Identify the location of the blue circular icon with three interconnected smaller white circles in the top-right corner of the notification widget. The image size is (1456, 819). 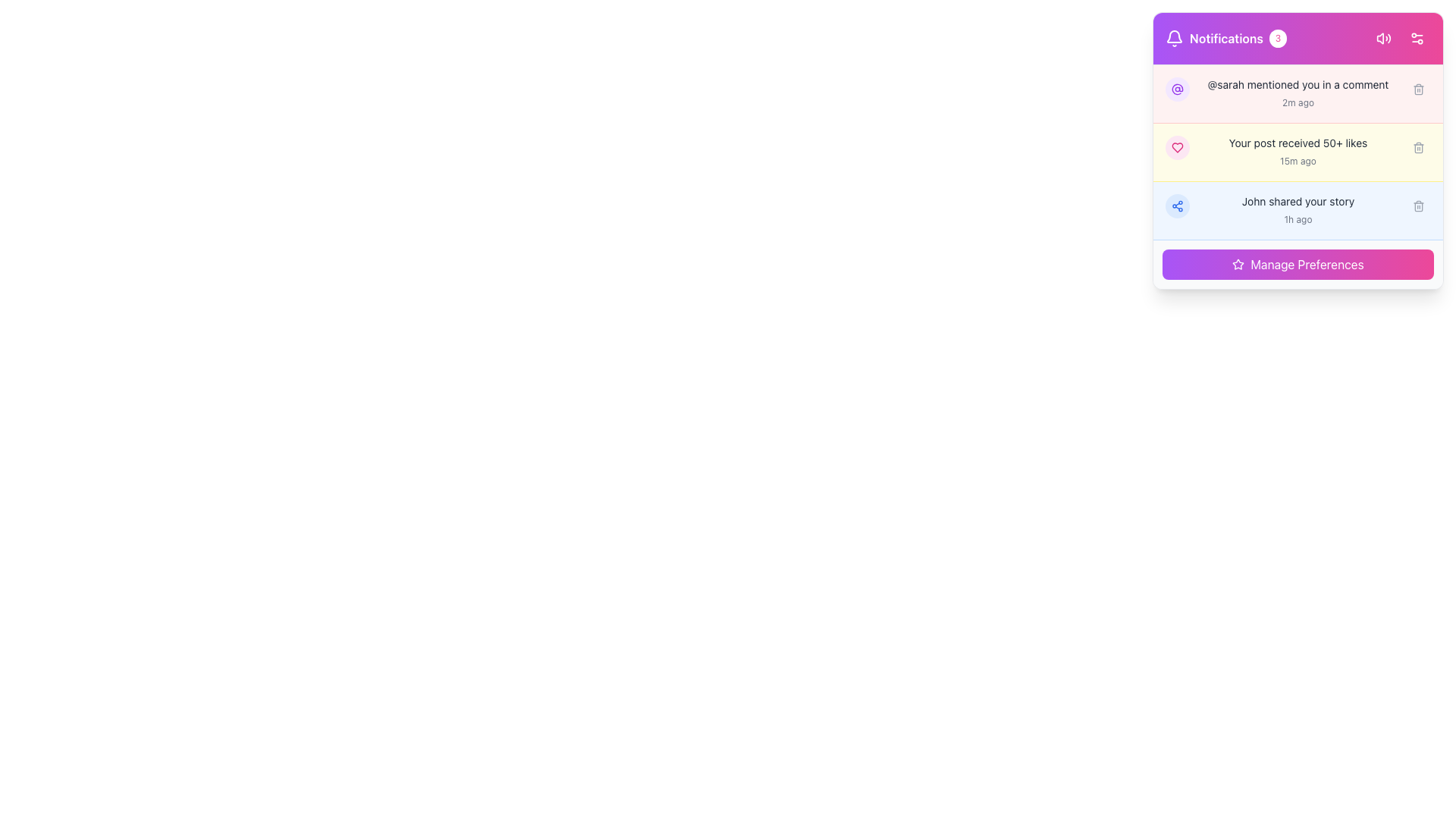
(1177, 206).